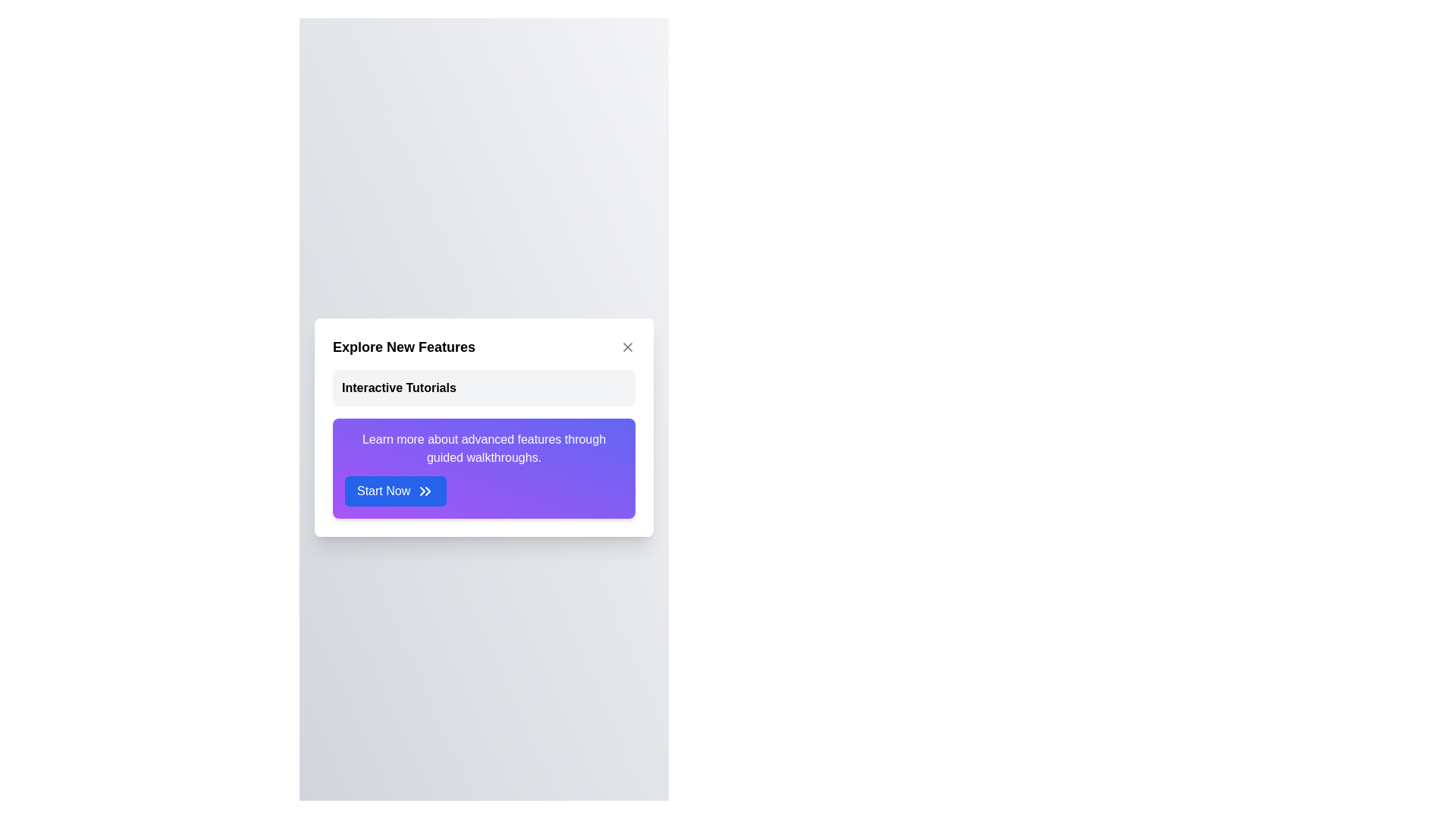 The width and height of the screenshot is (1456, 819). What do you see at coordinates (425, 491) in the screenshot?
I see `the right-pointing chevrons SVG icon within the 'Start Now' button` at bounding box center [425, 491].